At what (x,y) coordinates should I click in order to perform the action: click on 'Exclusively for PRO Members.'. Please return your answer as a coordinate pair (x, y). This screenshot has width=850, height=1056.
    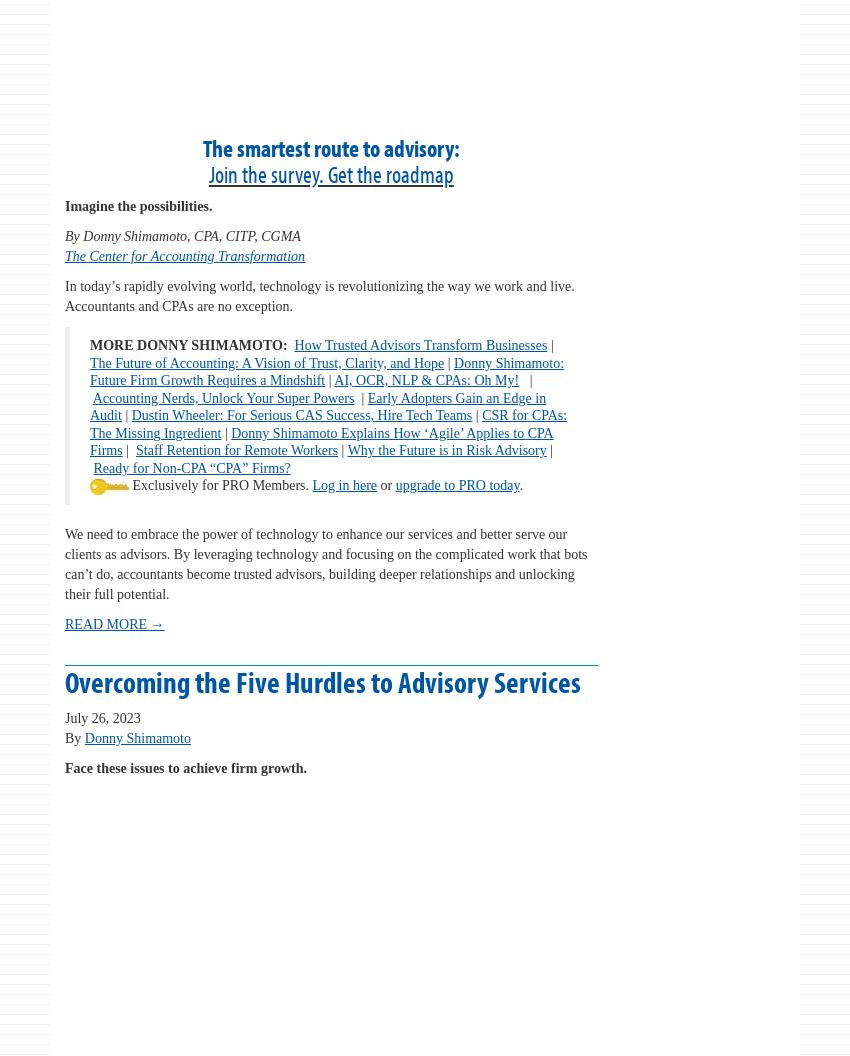
    Looking at the image, I should click on (220, 484).